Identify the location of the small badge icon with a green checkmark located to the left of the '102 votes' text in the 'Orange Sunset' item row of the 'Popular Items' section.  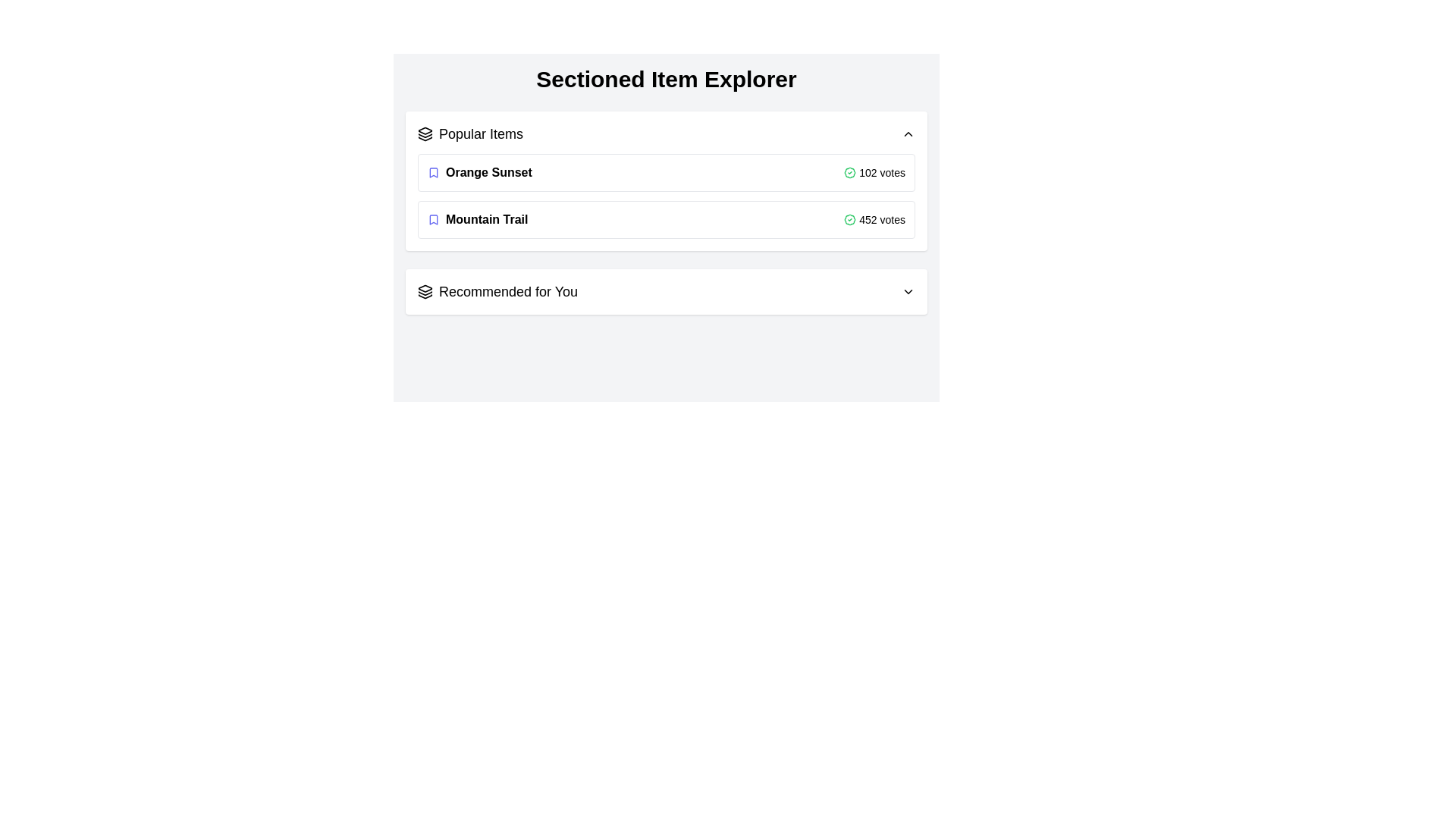
(850, 171).